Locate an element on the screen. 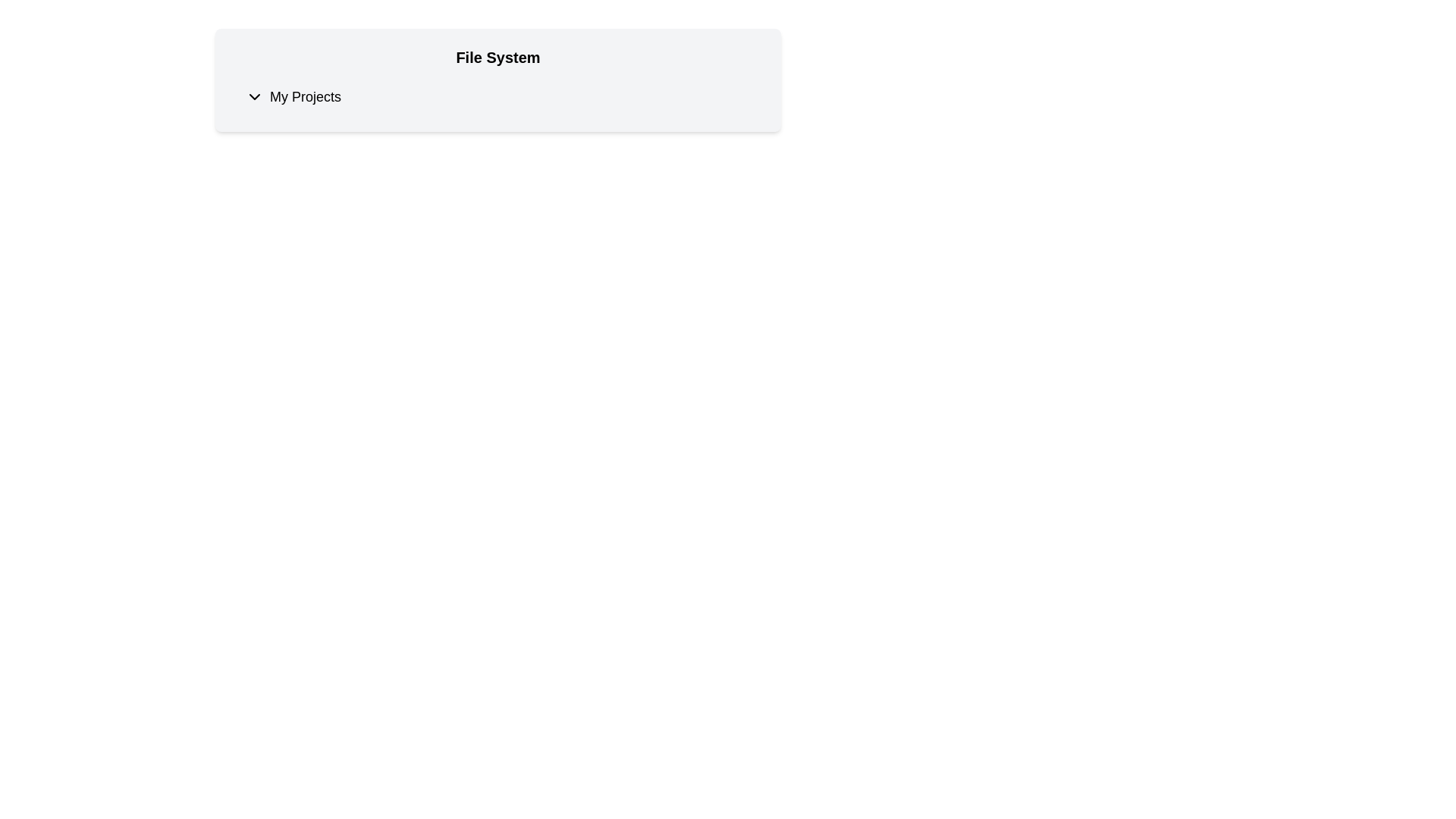 The width and height of the screenshot is (1456, 819). the Chevron icon located at the top-left corner of the layout is located at coordinates (255, 96).